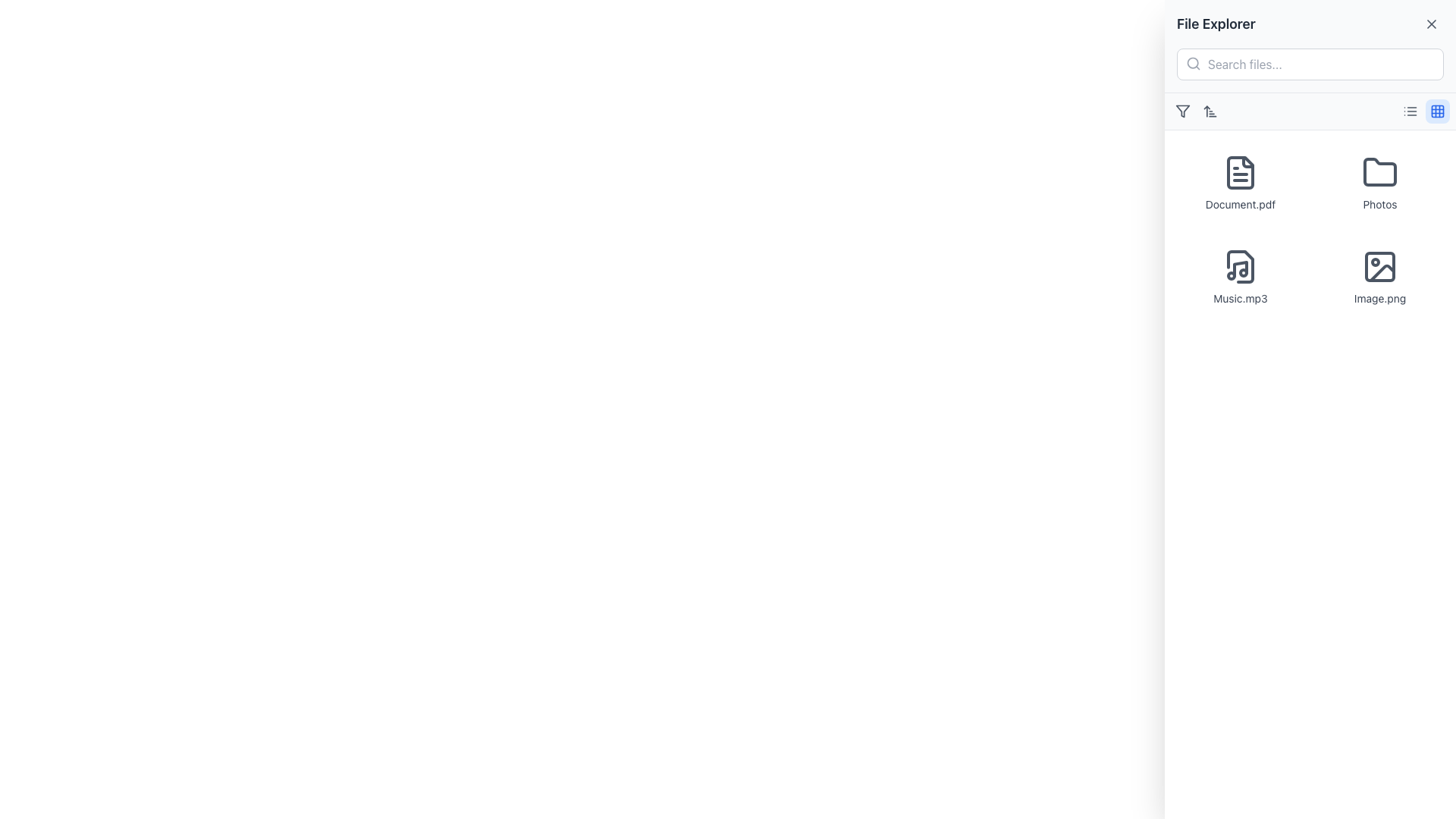  Describe the element at coordinates (1379, 278) in the screenshot. I see `the File icon labeled 'Image.png' located in the bottom-right corner of the grid` at that location.